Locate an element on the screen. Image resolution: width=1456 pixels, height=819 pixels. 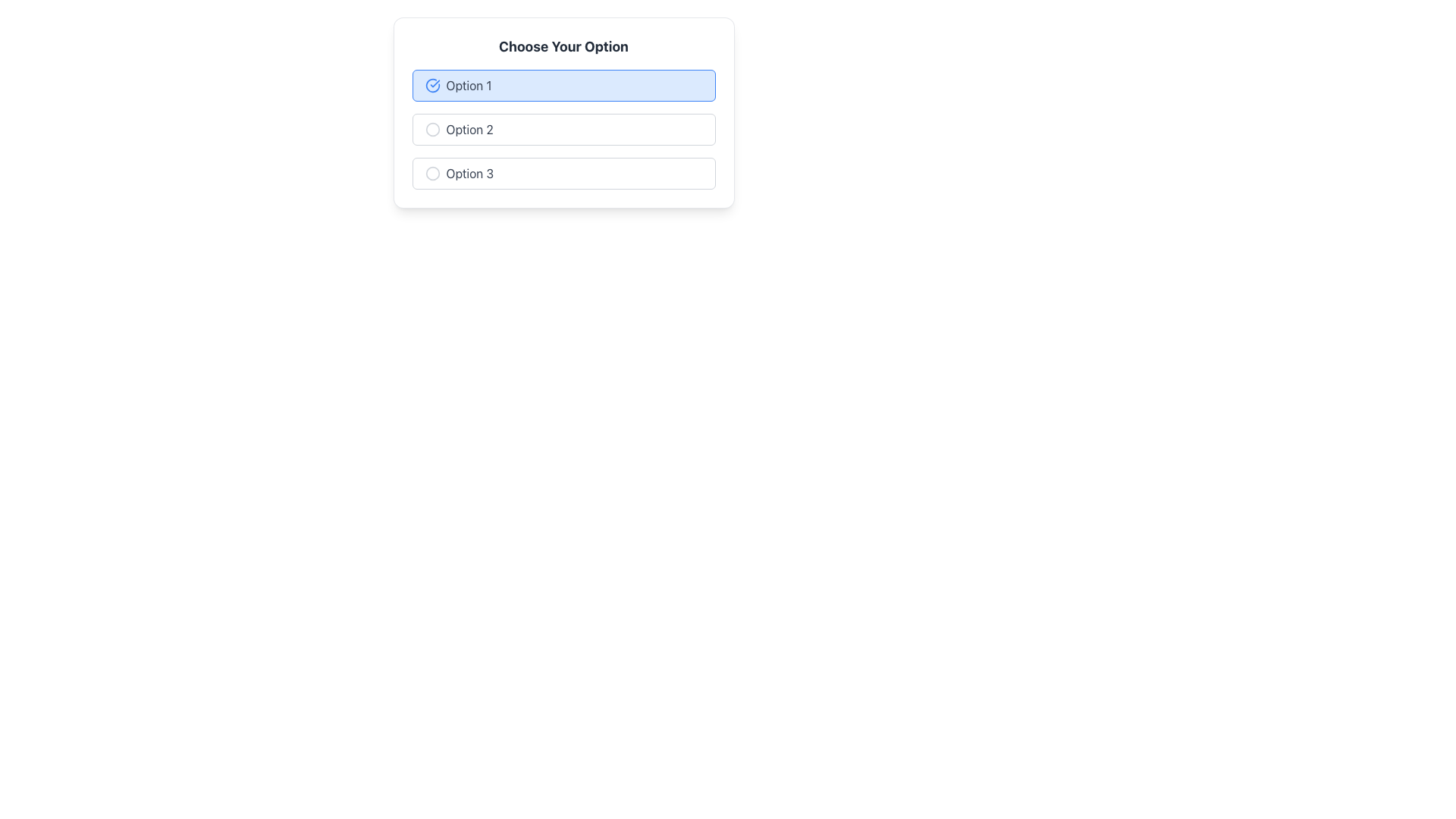
the Circle indicator with a gray stroke and empty fill, which is positioned next to 'Option 3' in the vertical list of selectable items is located at coordinates (431, 172).